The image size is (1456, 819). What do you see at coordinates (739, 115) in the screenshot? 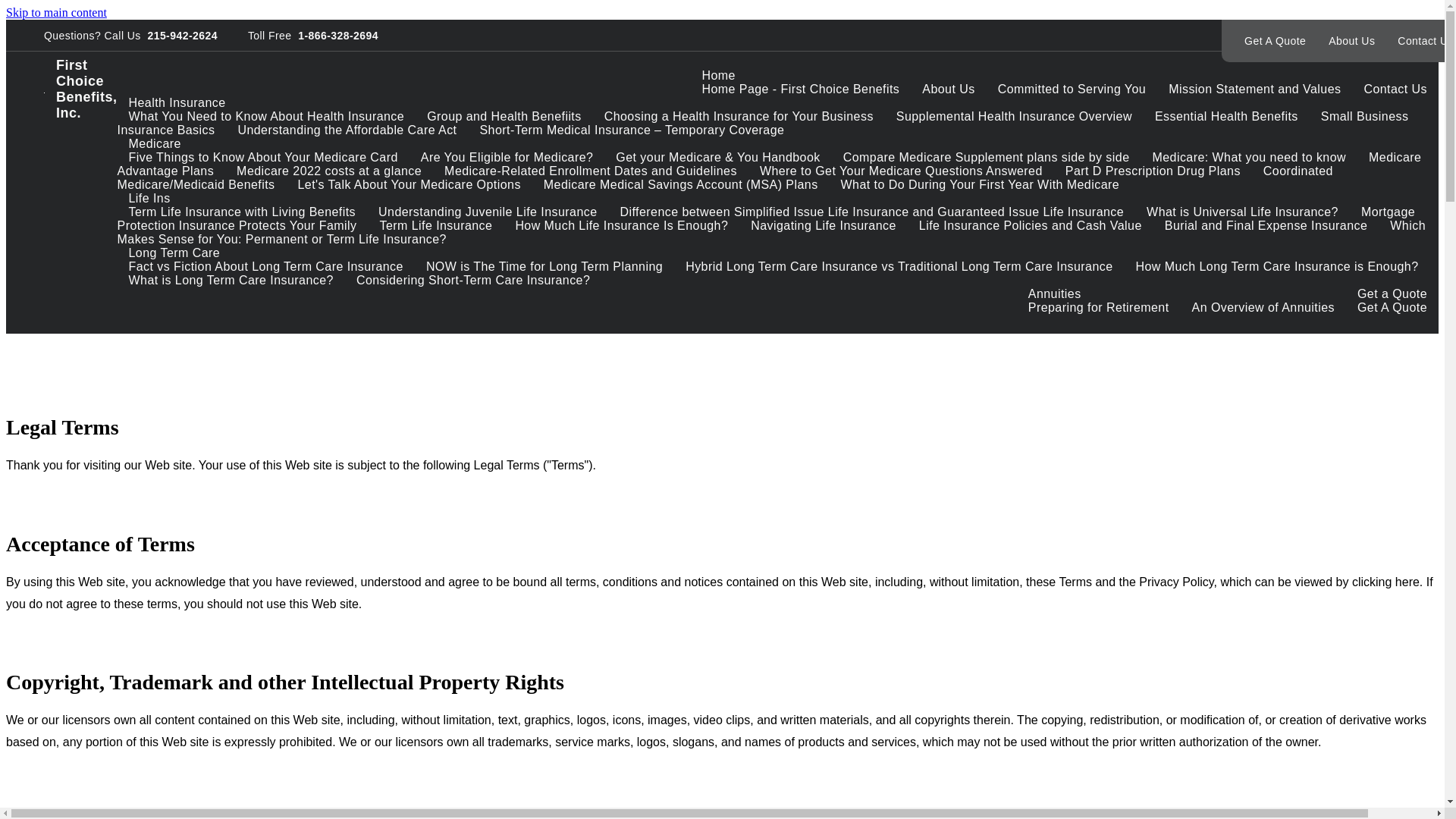
I see `'Choosing a Health Insurance for Your Business'` at bounding box center [739, 115].